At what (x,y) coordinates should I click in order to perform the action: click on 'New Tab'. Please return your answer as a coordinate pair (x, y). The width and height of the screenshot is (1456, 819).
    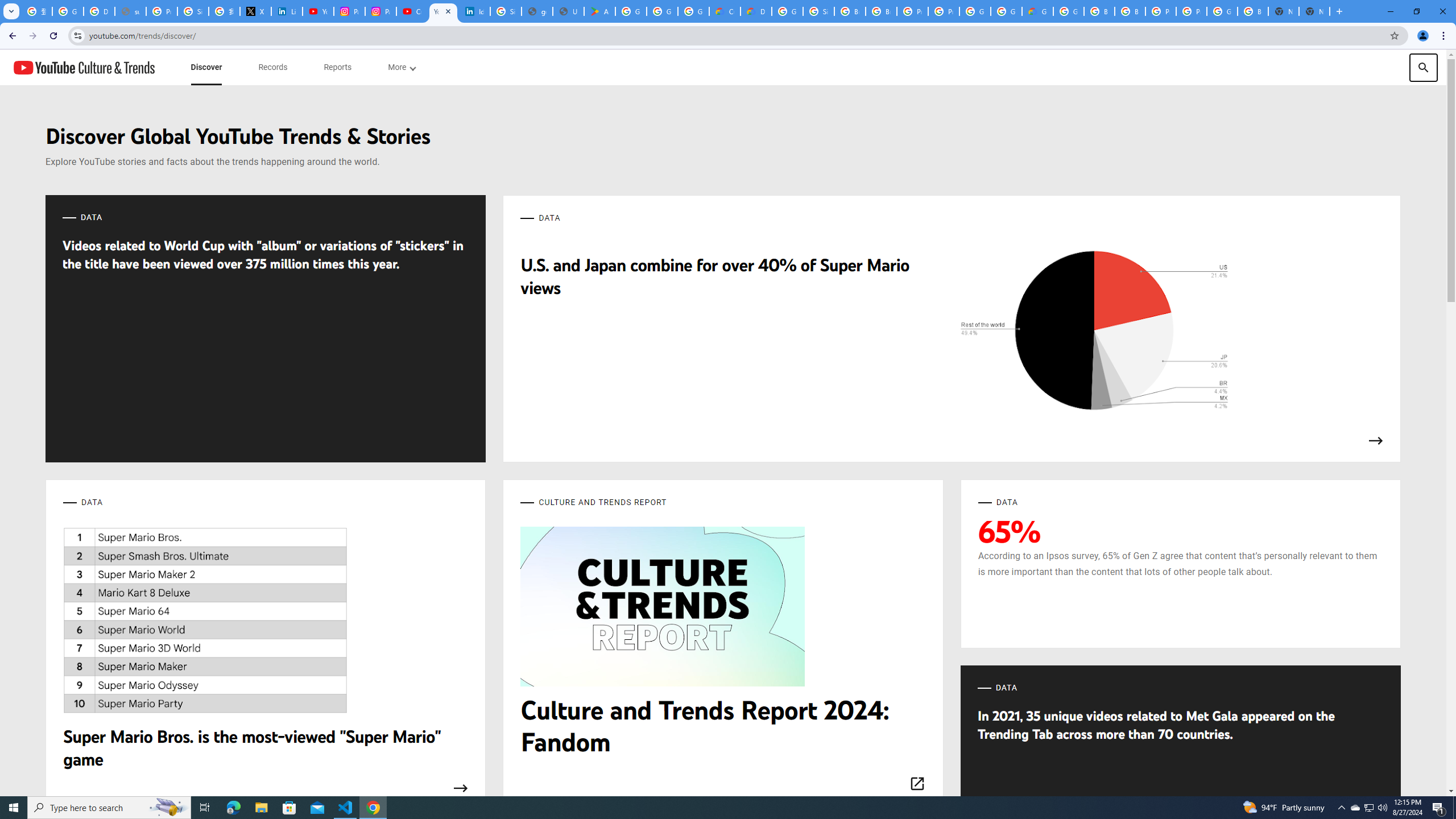
    Looking at the image, I should click on (1314, 11).